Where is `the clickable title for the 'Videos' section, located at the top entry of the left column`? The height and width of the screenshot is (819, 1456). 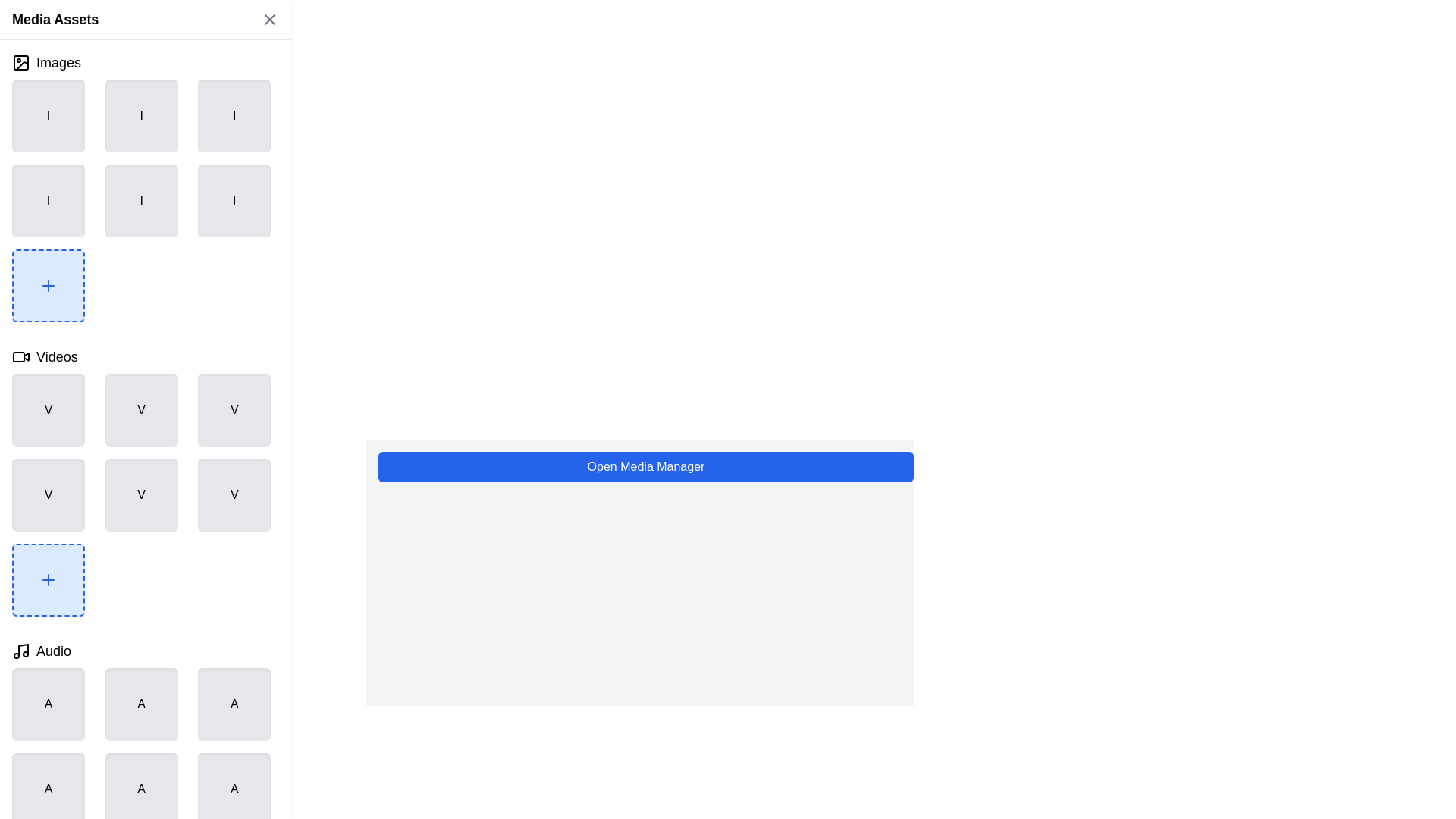 the clickable title for the 'Videos' section, located at the top entry of the left column is located at coordinates (45, 356).